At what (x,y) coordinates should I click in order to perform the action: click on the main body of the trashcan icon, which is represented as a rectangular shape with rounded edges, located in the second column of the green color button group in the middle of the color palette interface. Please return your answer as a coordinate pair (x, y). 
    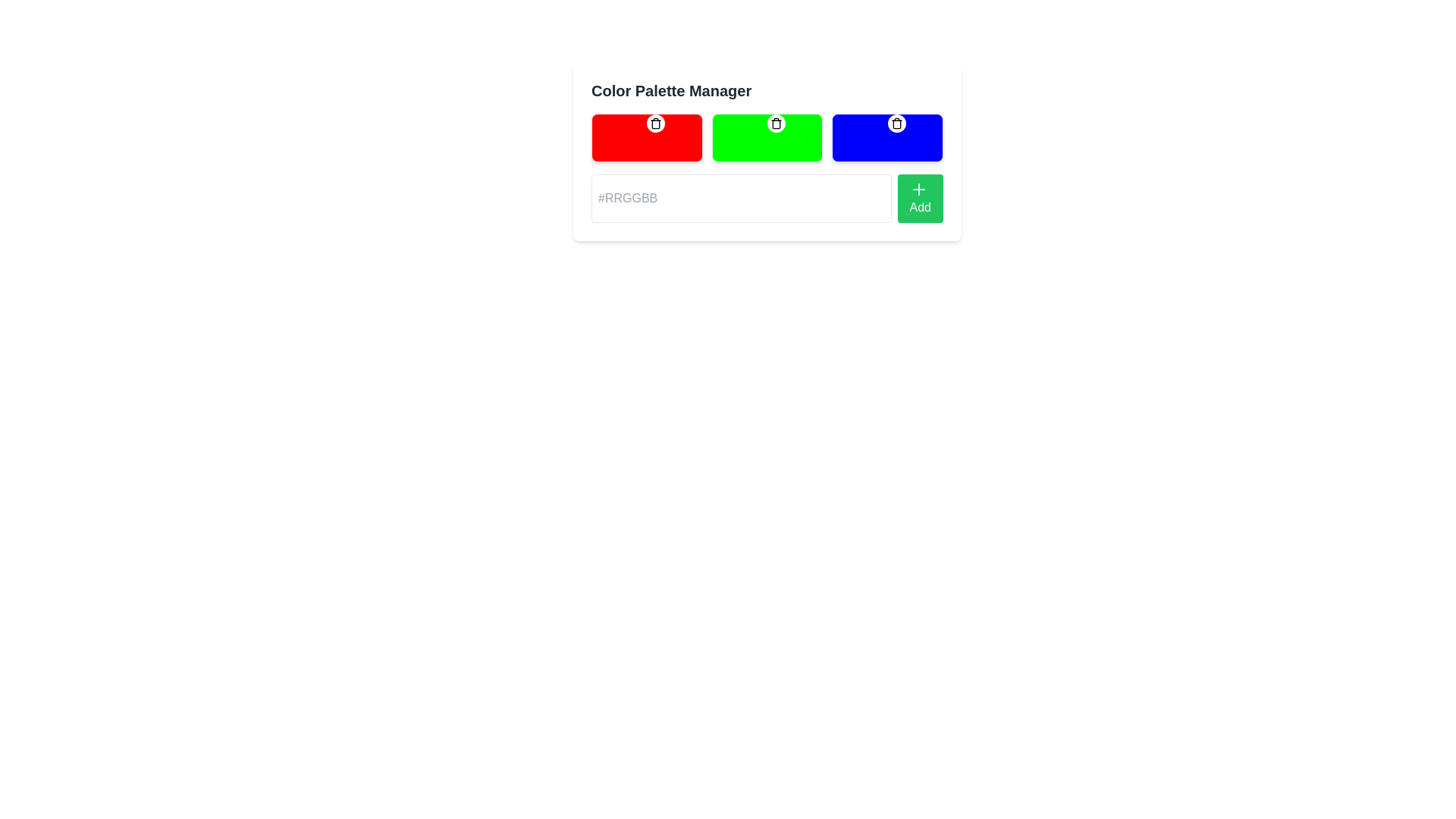
    Looking at the image, I should click on (776, 124).